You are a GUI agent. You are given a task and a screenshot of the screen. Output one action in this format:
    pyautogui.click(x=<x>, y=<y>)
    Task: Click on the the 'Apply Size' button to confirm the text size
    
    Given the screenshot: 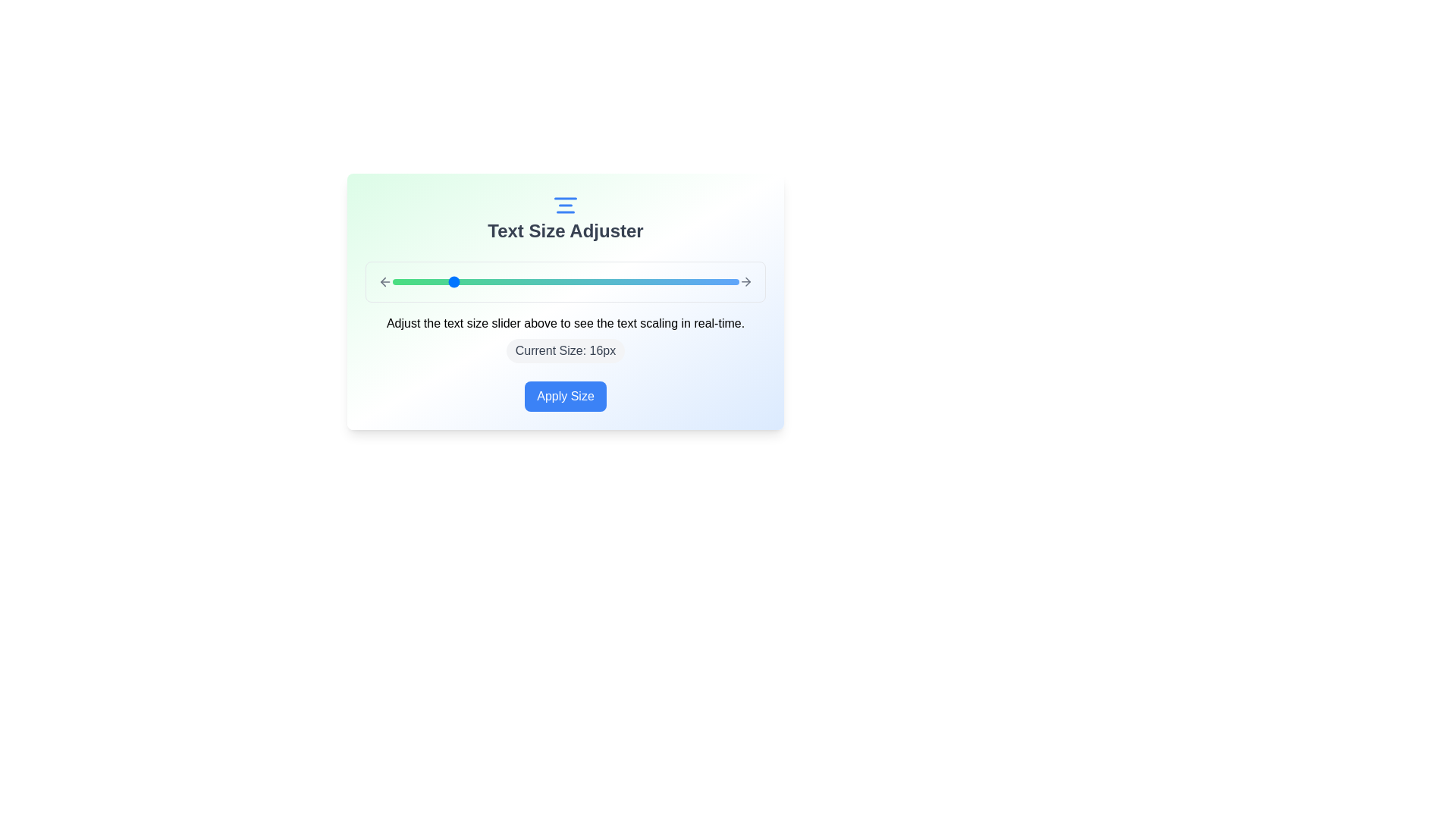 What is the action you would take?
    pyautogui.click(x=564, y=396)
    